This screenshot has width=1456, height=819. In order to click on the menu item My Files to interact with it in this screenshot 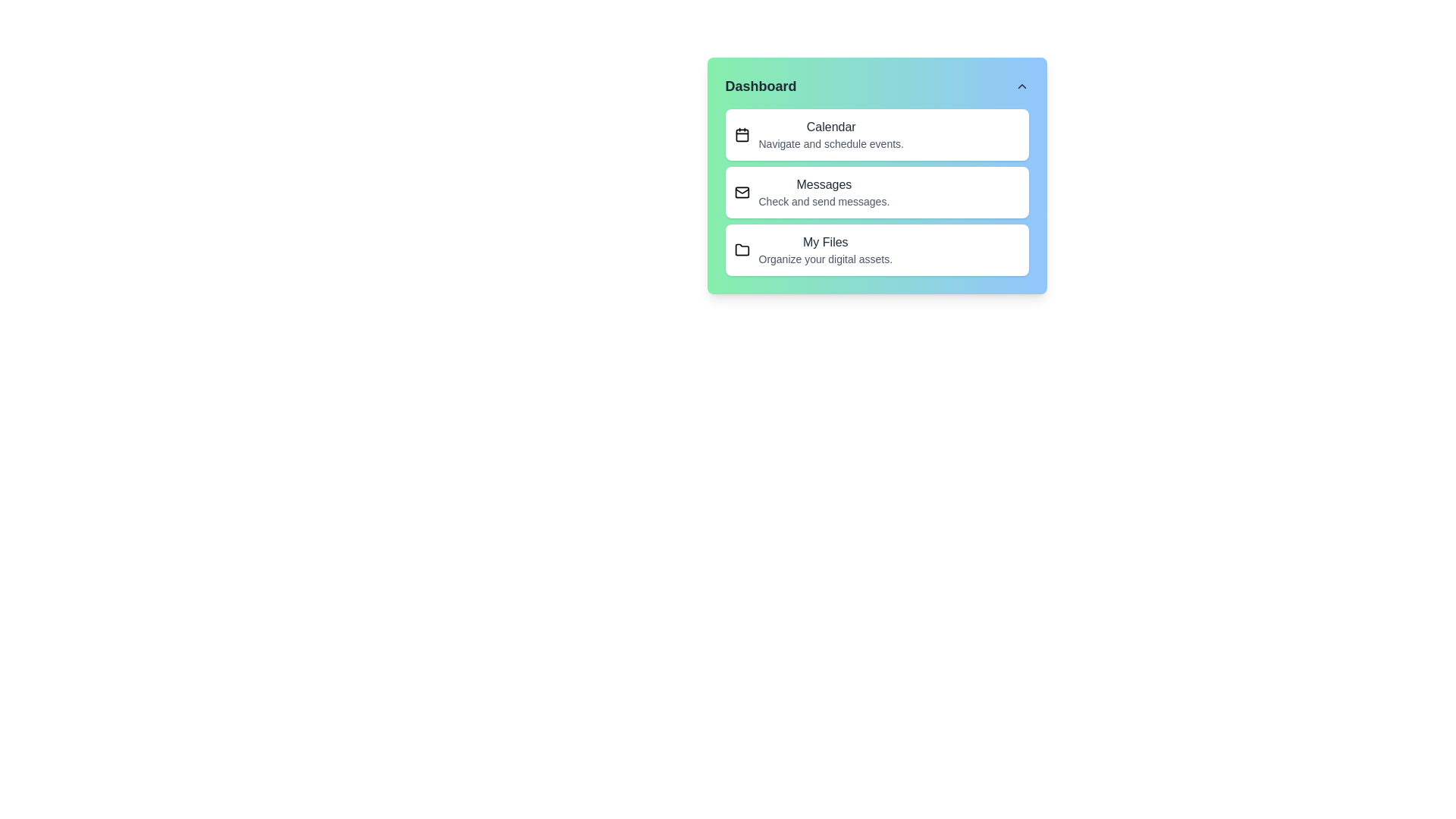, I will do `click(877, 249)`.